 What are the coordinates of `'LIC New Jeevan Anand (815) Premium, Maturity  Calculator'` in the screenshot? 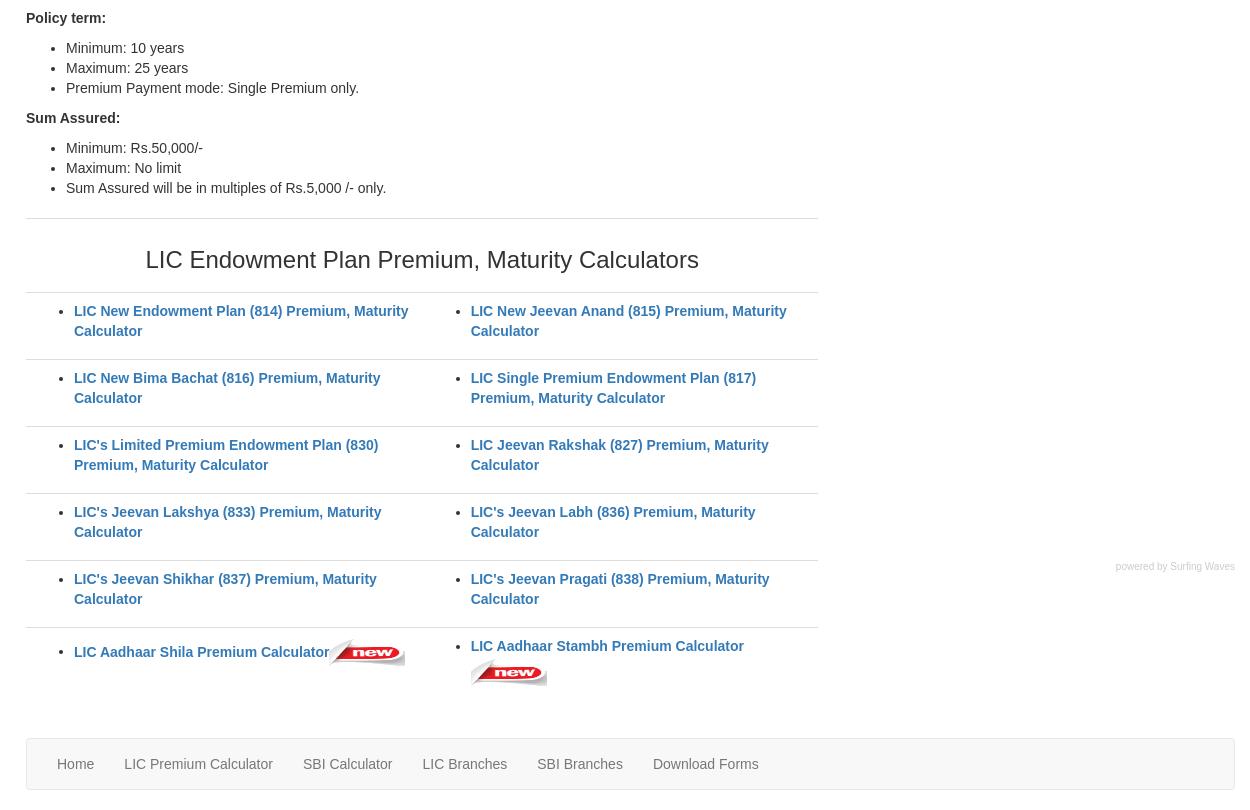 It's located at (469, 319).